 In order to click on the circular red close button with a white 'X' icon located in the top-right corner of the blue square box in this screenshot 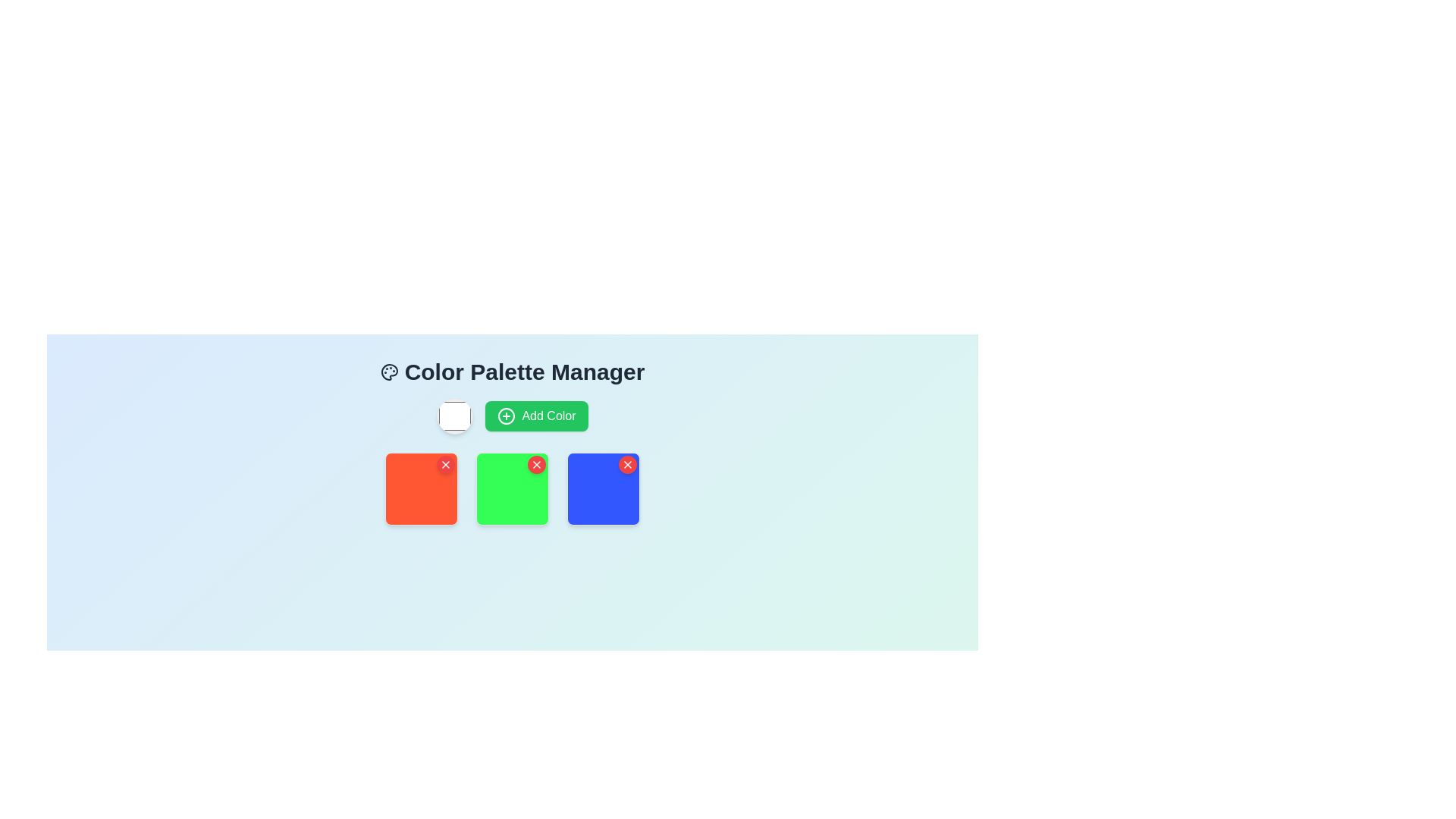, I will do `click(628, 464)`.